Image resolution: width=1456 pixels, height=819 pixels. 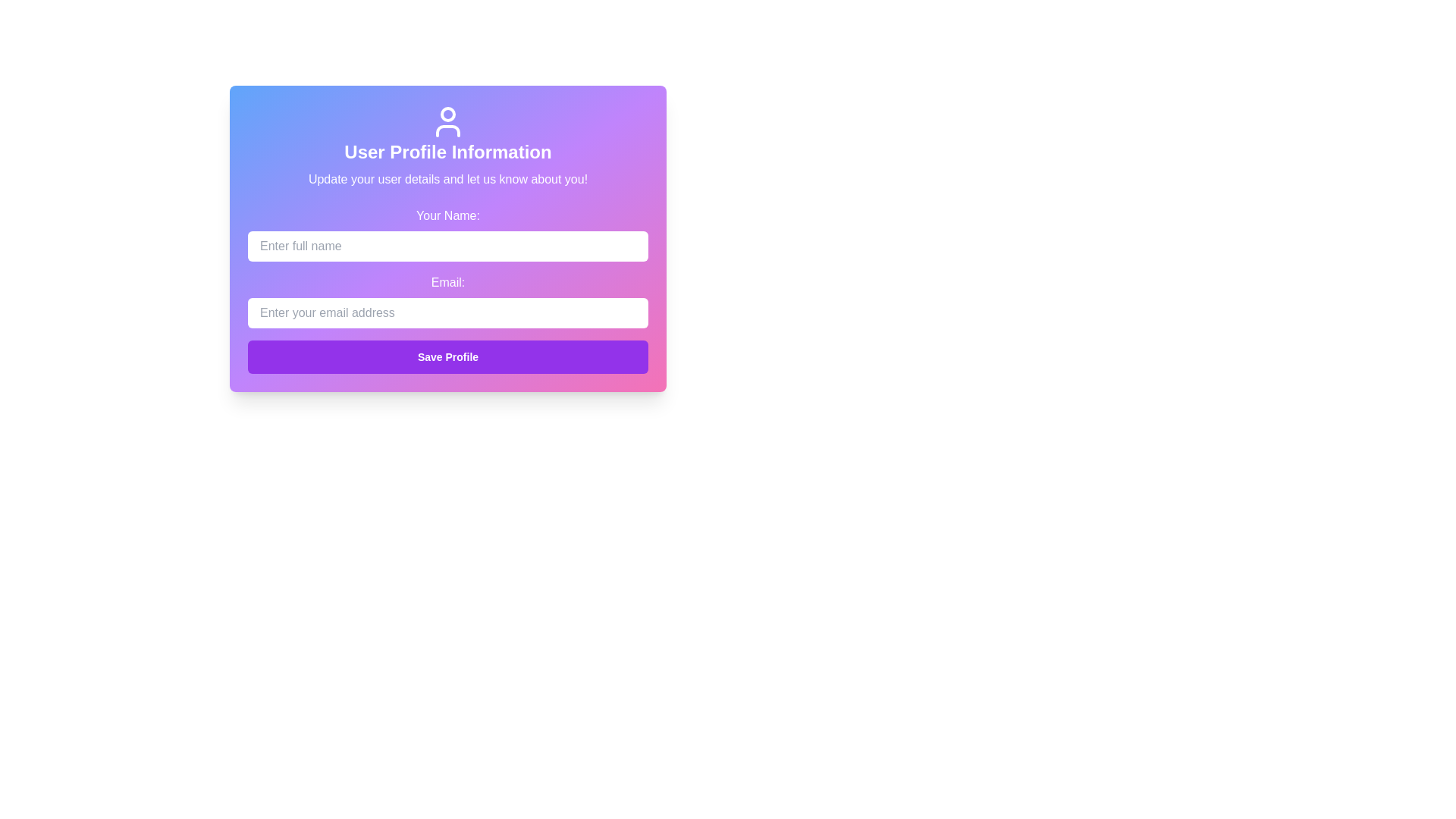 What do you see at coordinates (447, 178) in the screenshot?
I see `the text label providing guidance for the user profile form, located below the heading 'User Profile Information'` at bounding box center [447, 178].